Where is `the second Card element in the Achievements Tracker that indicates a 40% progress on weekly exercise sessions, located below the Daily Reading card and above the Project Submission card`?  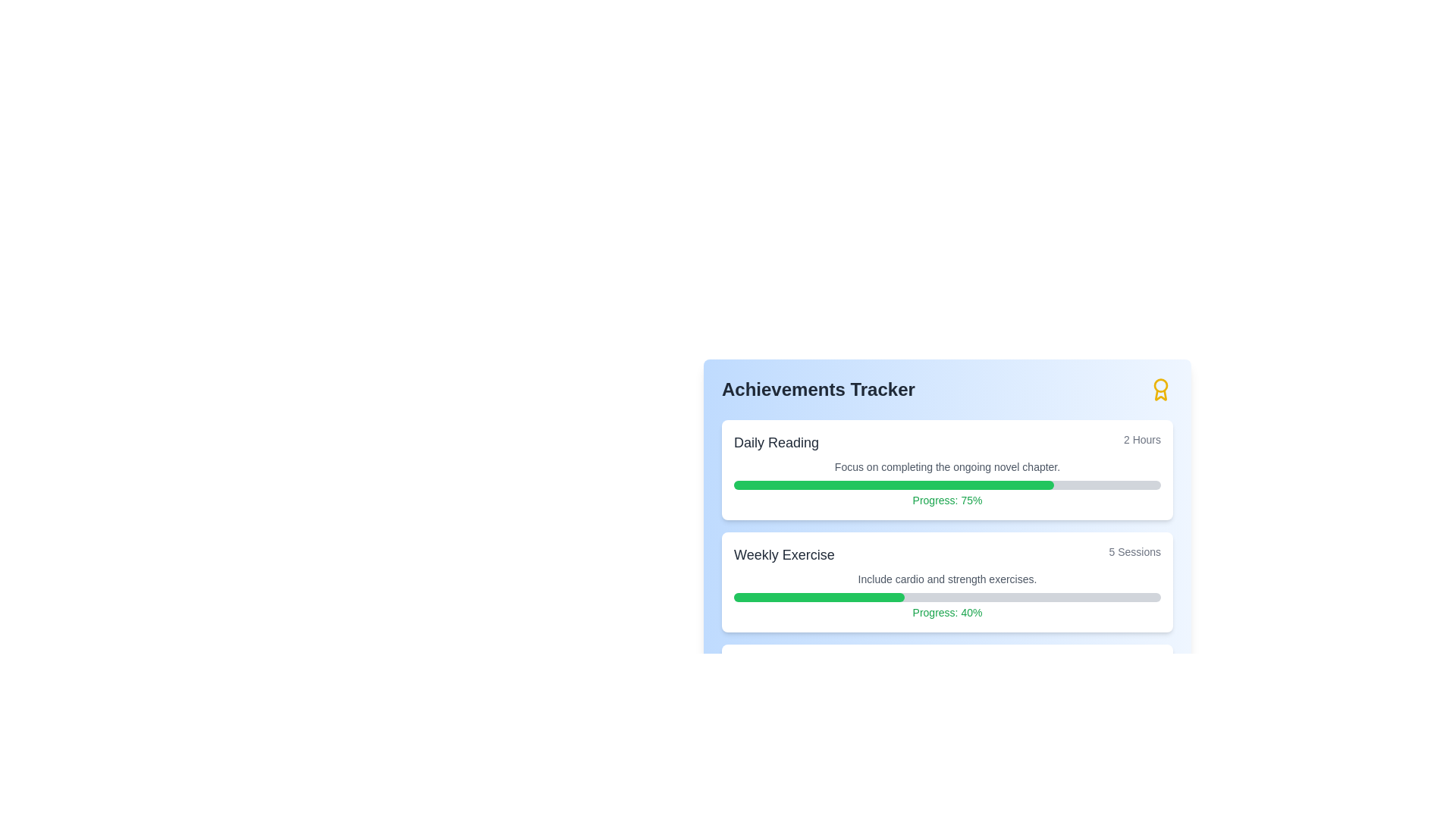
the second Card element in the Achievements Tracker that indicates a 40% progress on weekly exercise sessions, located below the Daily Reading card and above the Project Submission card is located at coordinates (946, 581).